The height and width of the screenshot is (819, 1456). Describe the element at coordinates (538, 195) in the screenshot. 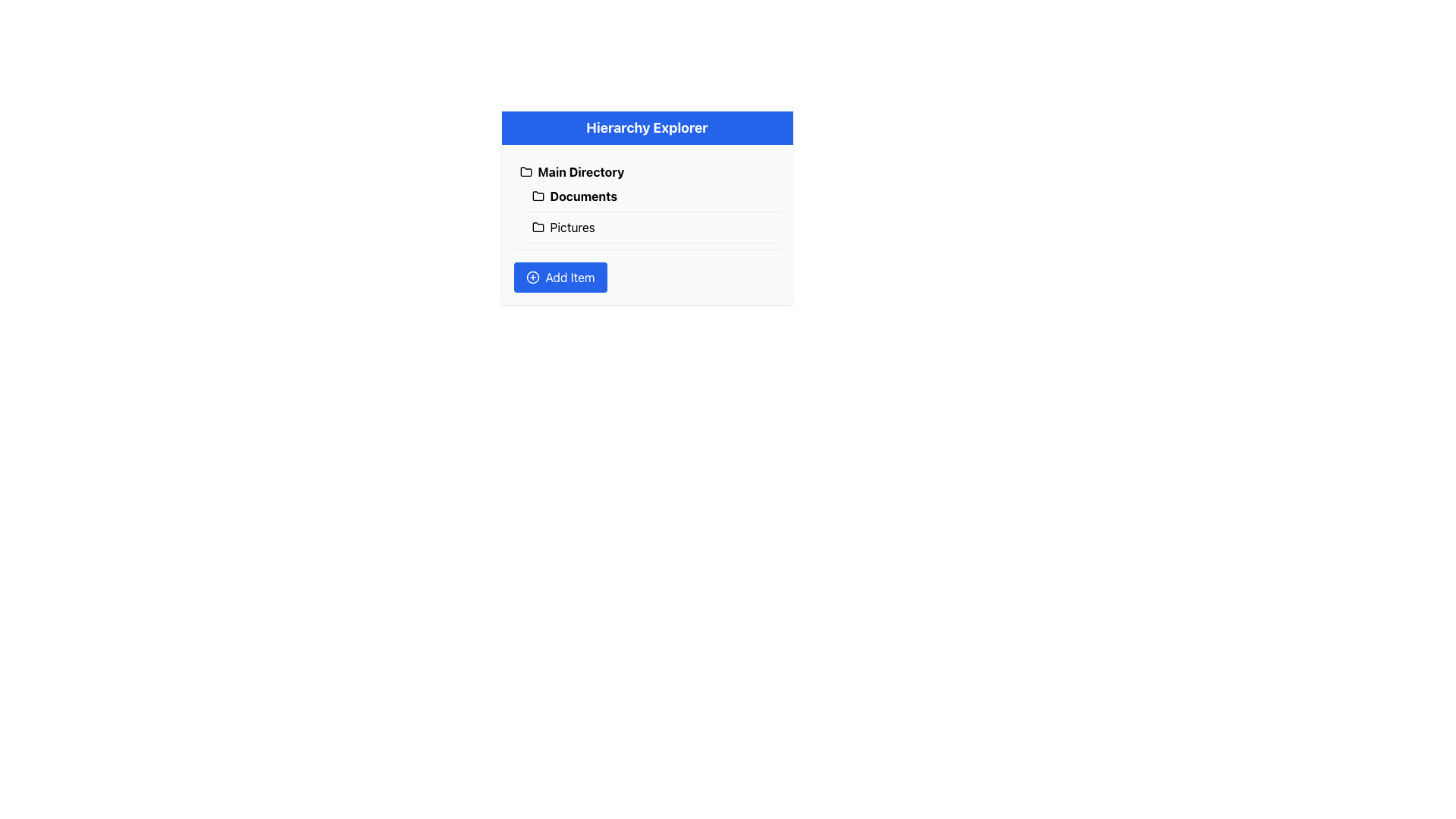

I see `the 'Documents' folder icon located next to the 'Documents' label in the 'Hierarchy Explorer' section, which is the second entry after 'Main Directory'` at that location.